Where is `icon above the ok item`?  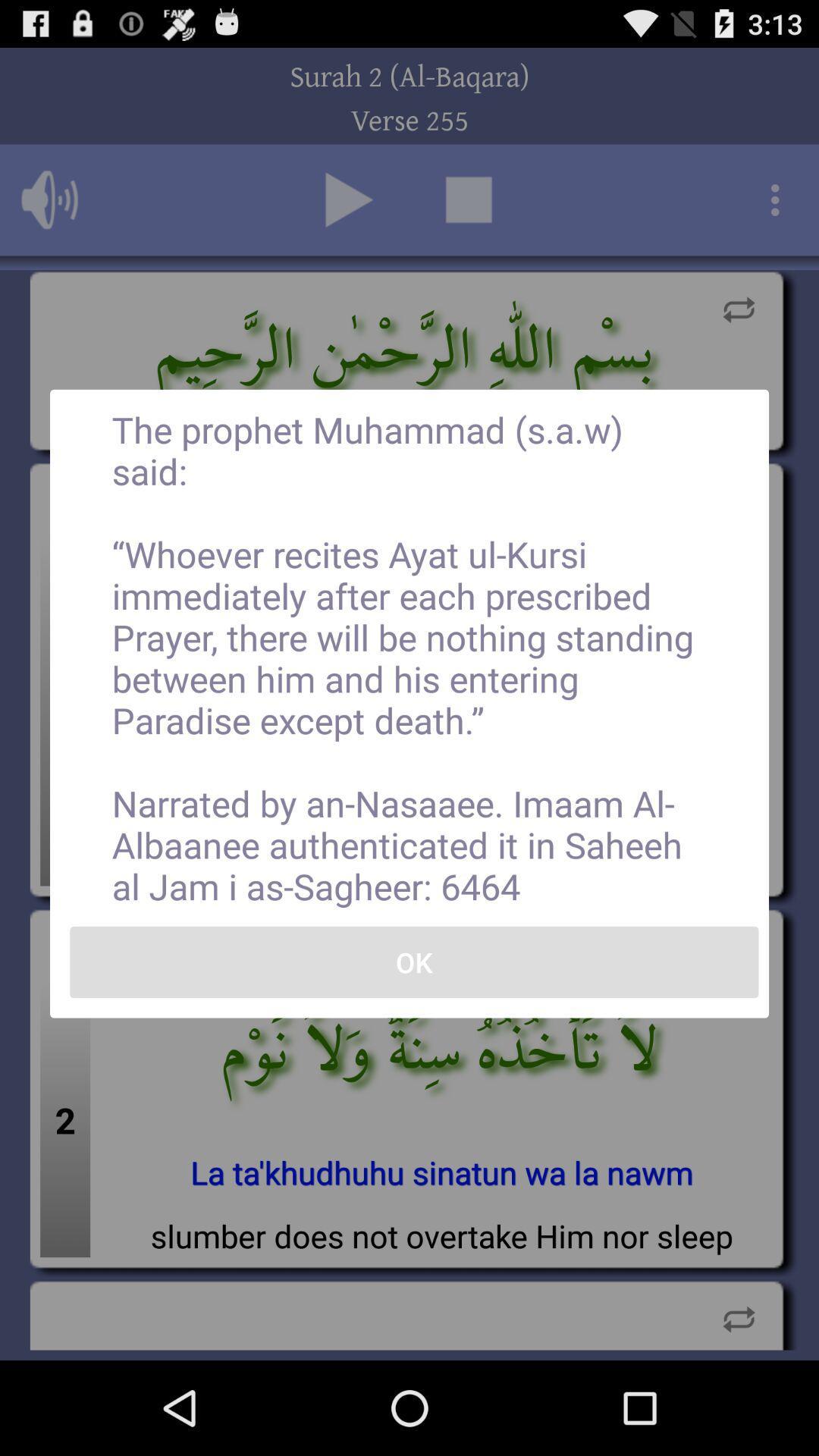 icon above the ok item is located at coordinates (409, 657).